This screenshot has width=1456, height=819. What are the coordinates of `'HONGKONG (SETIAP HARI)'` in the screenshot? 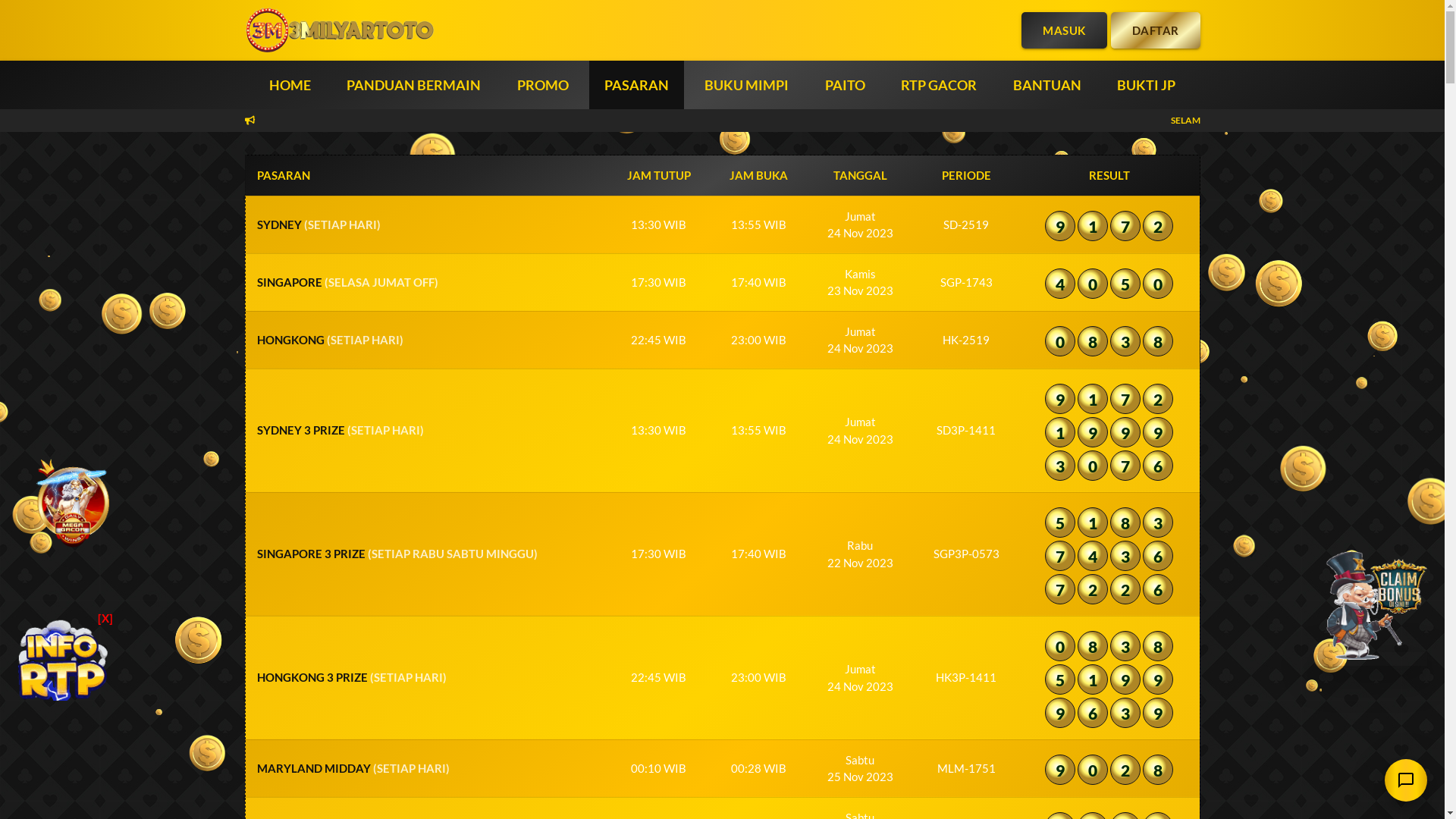 It's located at (328, 338).